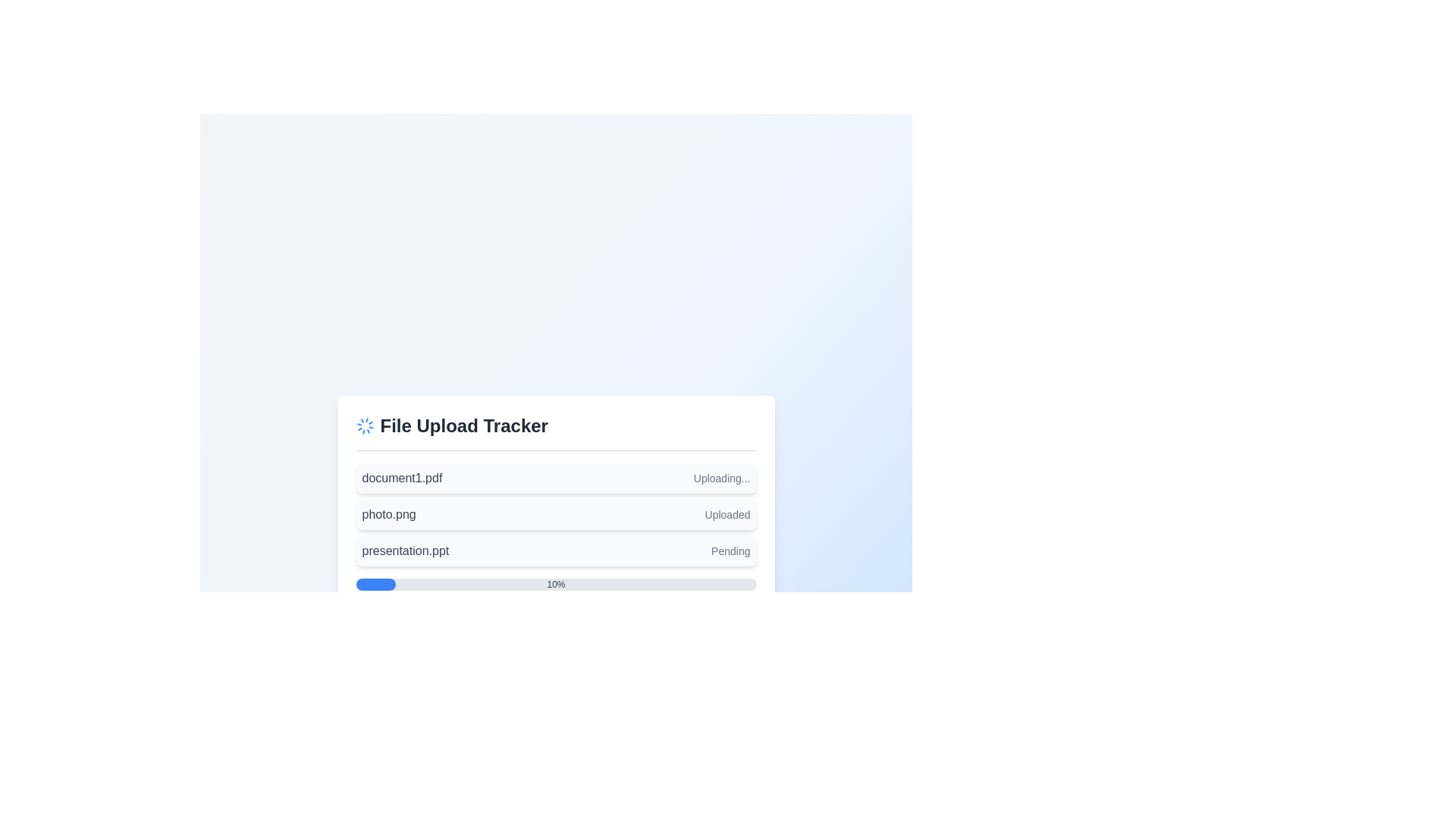  I want to click on status of the label indicating the pending status of the file upload for 'presentation.ppt', located at the far-right of its row, so click(730, 551).